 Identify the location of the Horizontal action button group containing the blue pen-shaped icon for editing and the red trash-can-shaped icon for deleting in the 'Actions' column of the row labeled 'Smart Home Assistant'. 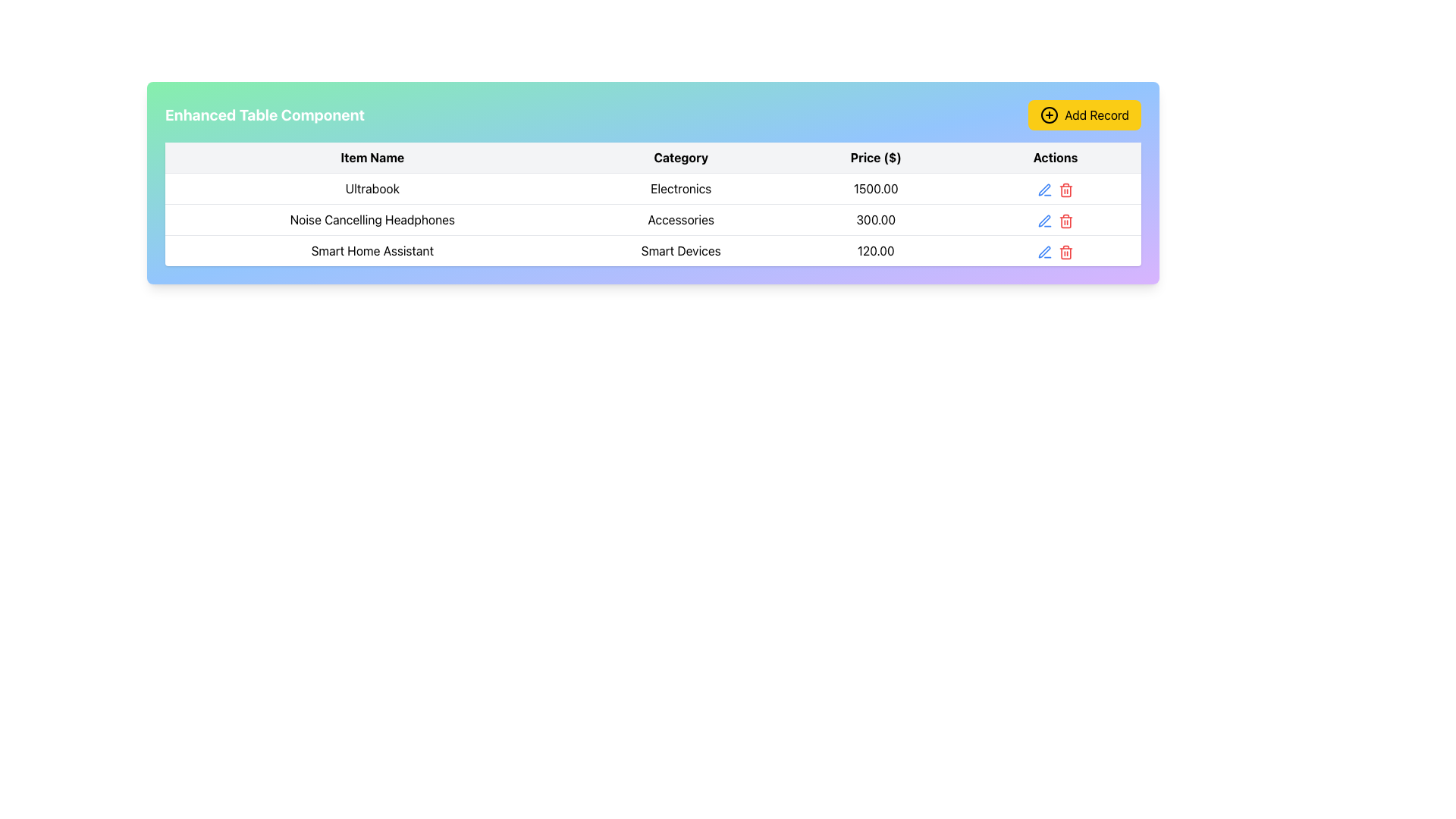
(1055, 249).